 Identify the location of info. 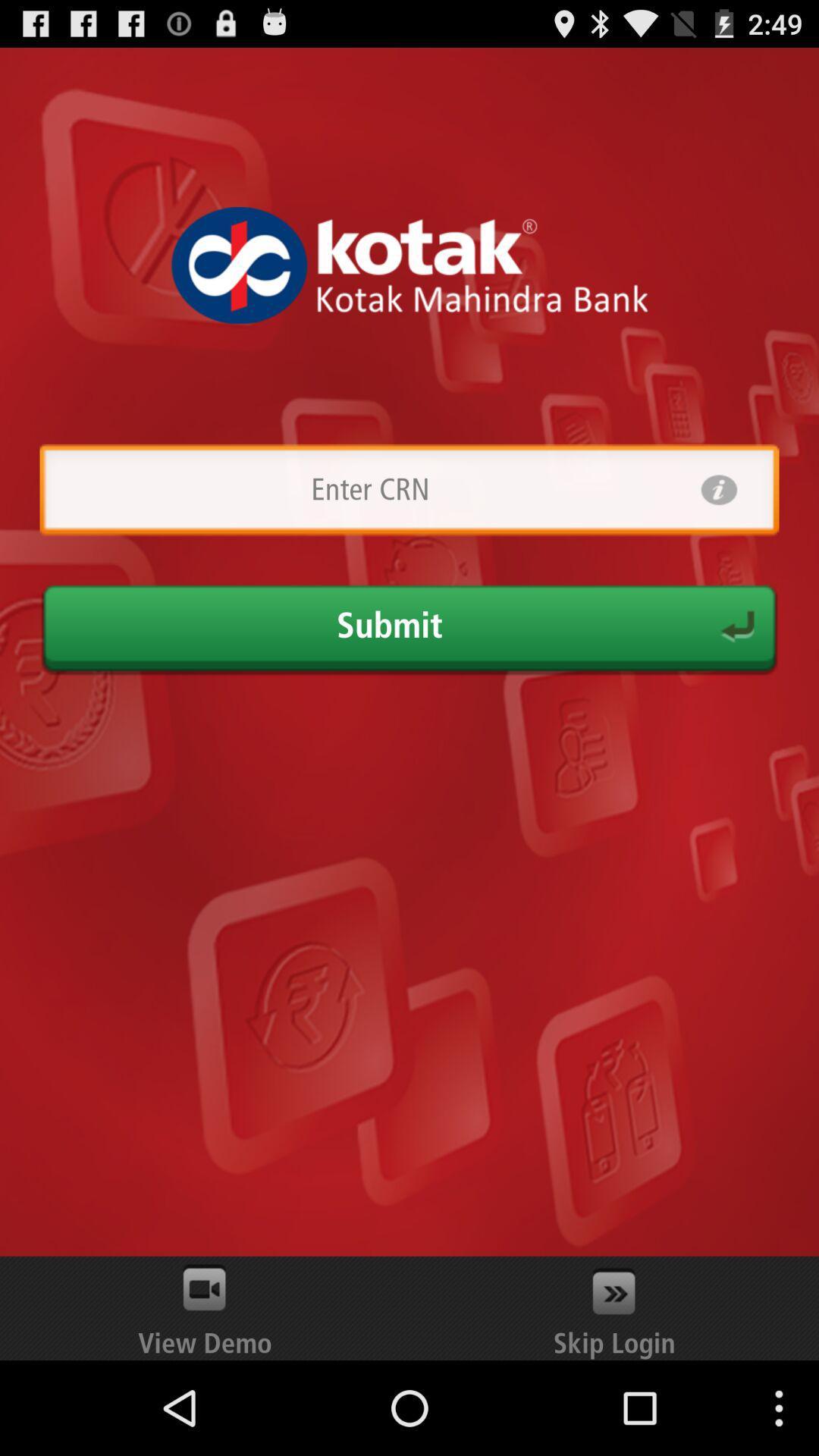
(718, 490).